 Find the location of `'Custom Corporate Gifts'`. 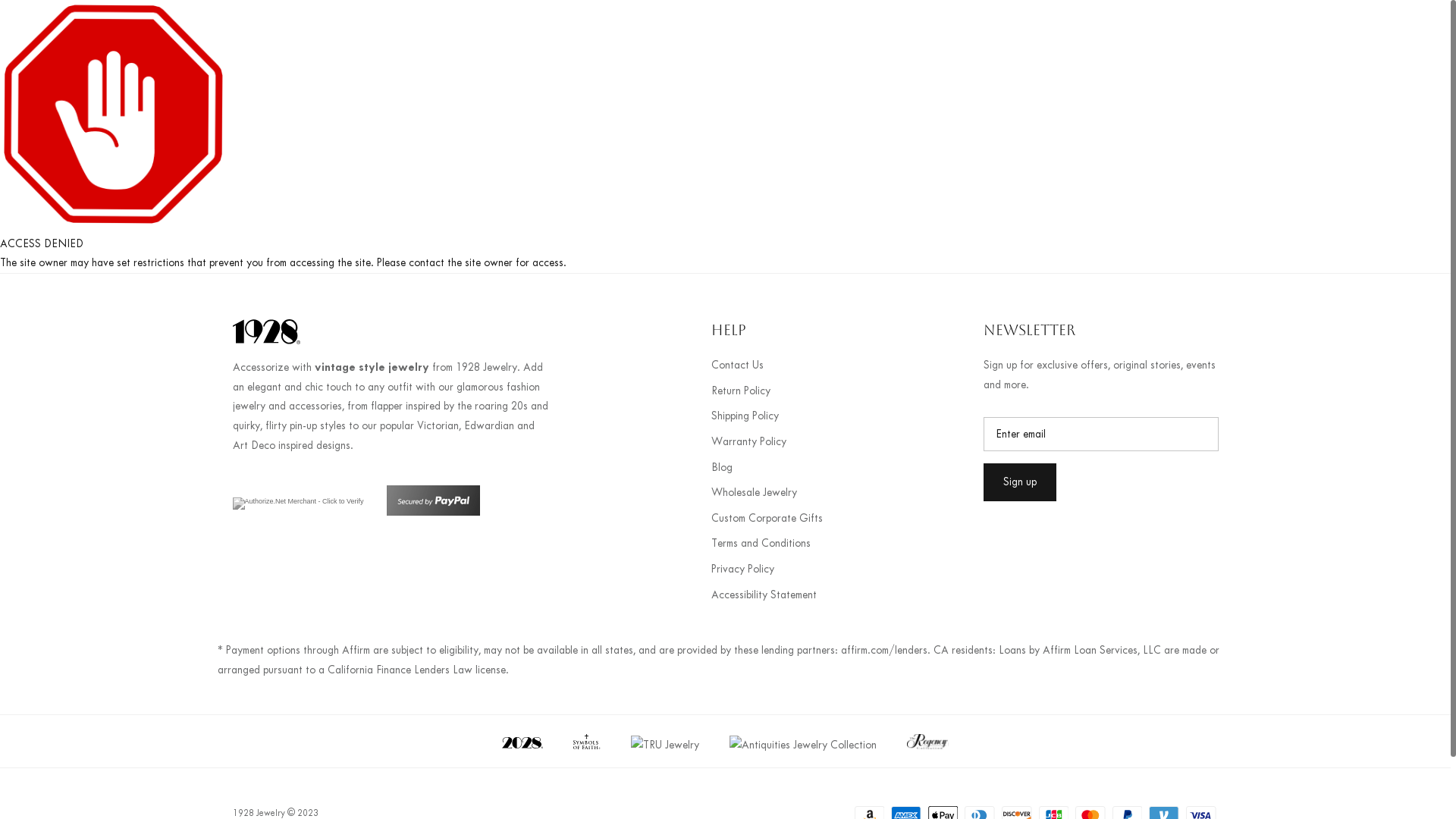

'Custom Corporate Gifts' is located at coordinates (767, 517).